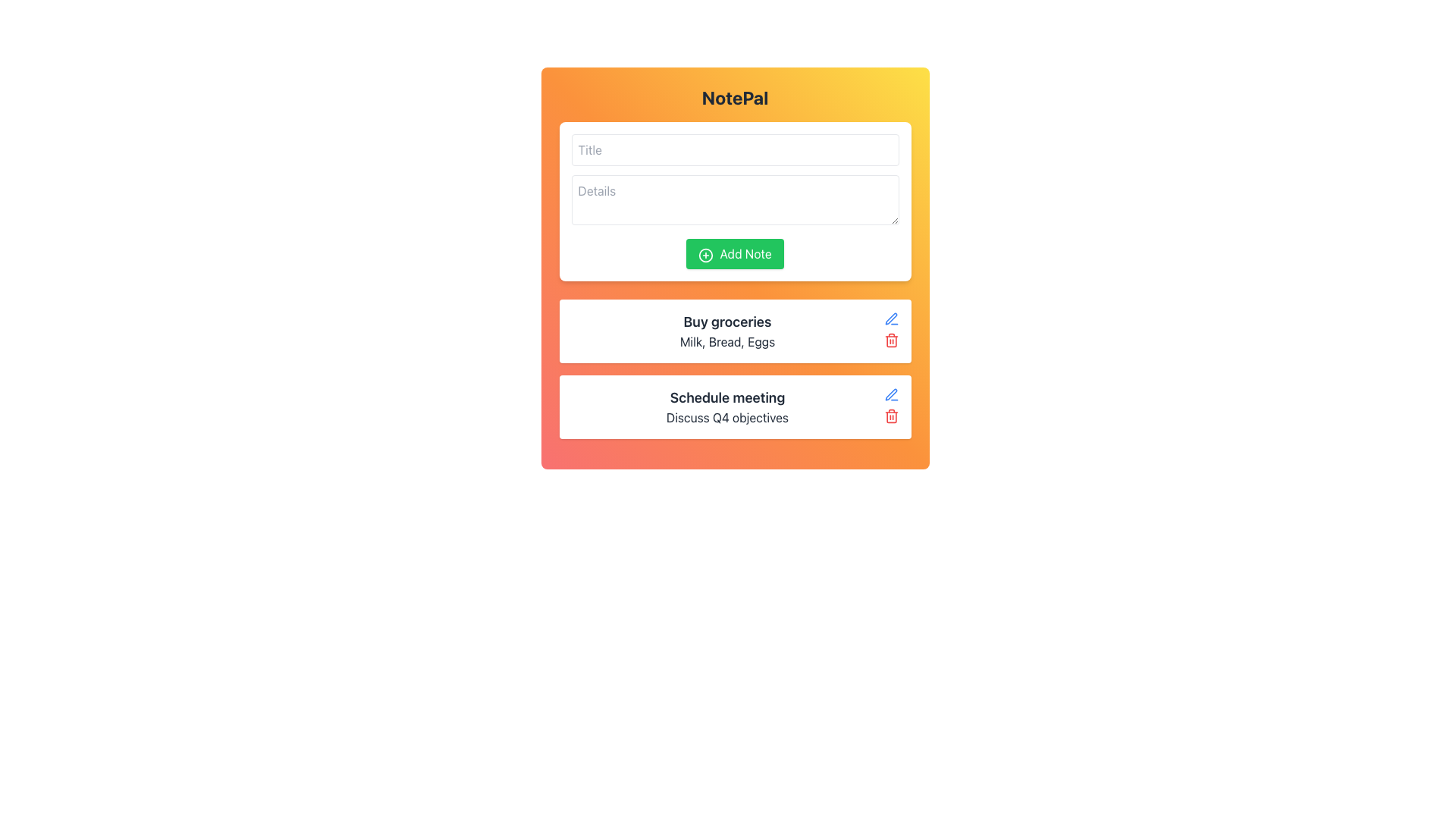  I want to click on the circular shape representing the outer boundary of the plus icon in the 'Add Note' button, which is centrally located relative to the button, so click(705, 254).